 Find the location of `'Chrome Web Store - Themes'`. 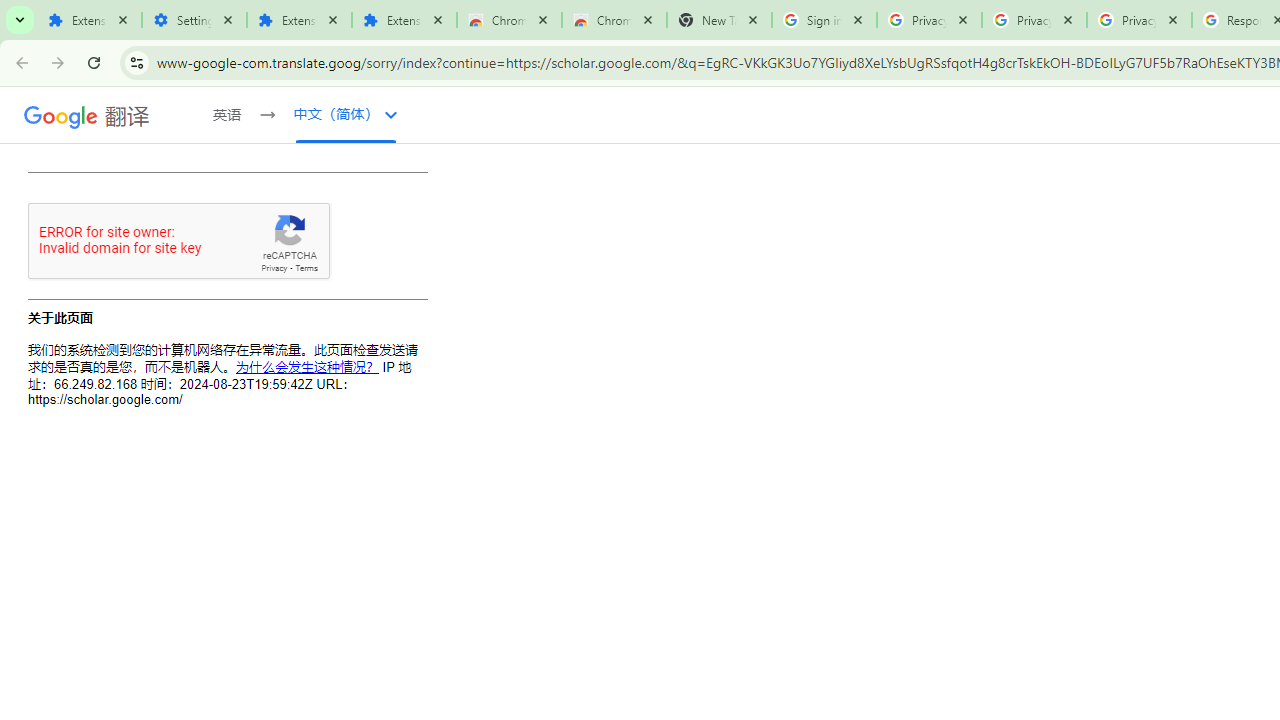

'Chrome Web Store - Themes' is located at coordinates (613, 20).